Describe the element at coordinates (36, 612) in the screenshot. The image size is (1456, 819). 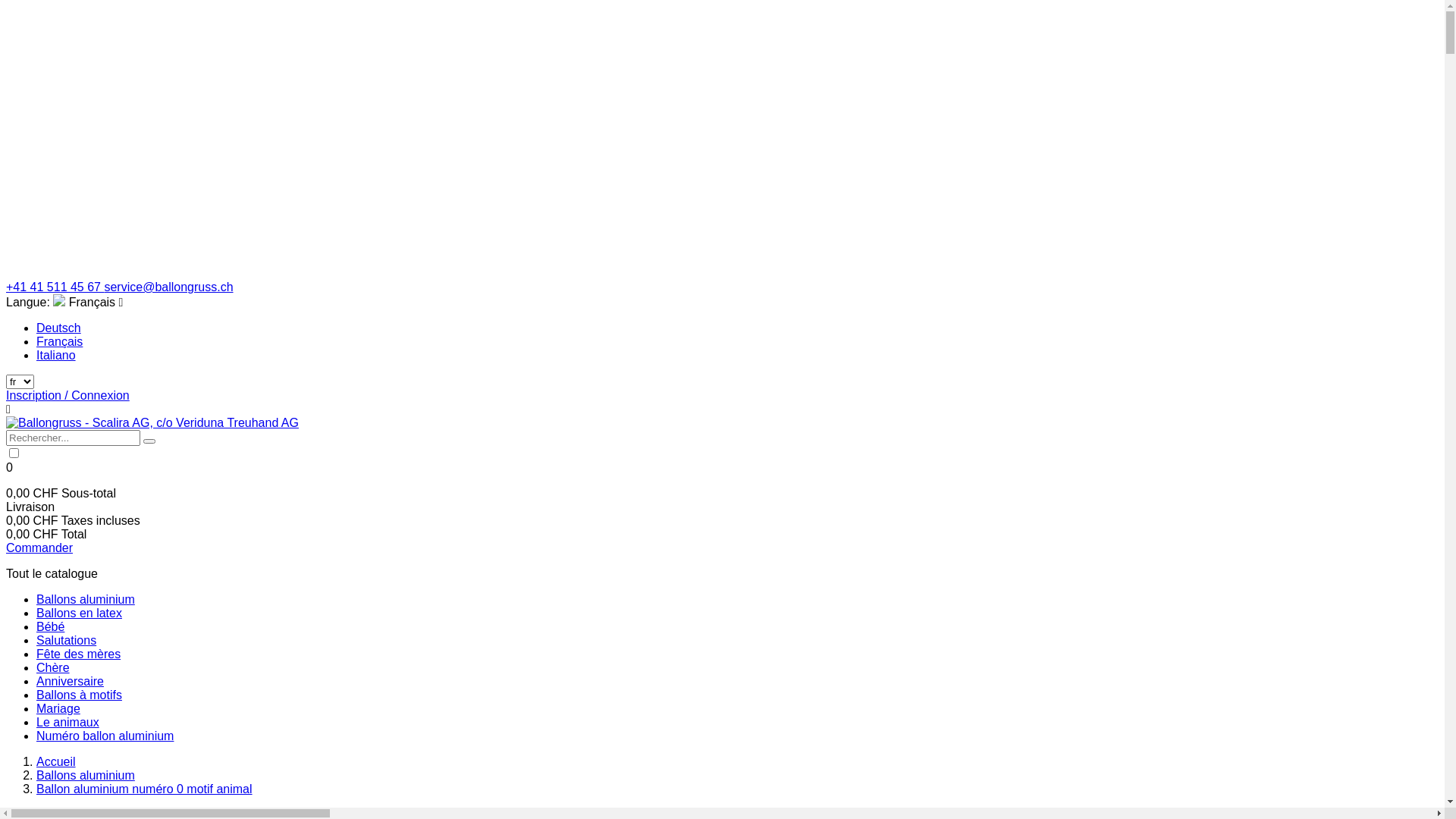
I see `'Ballons en latex'` at that location.